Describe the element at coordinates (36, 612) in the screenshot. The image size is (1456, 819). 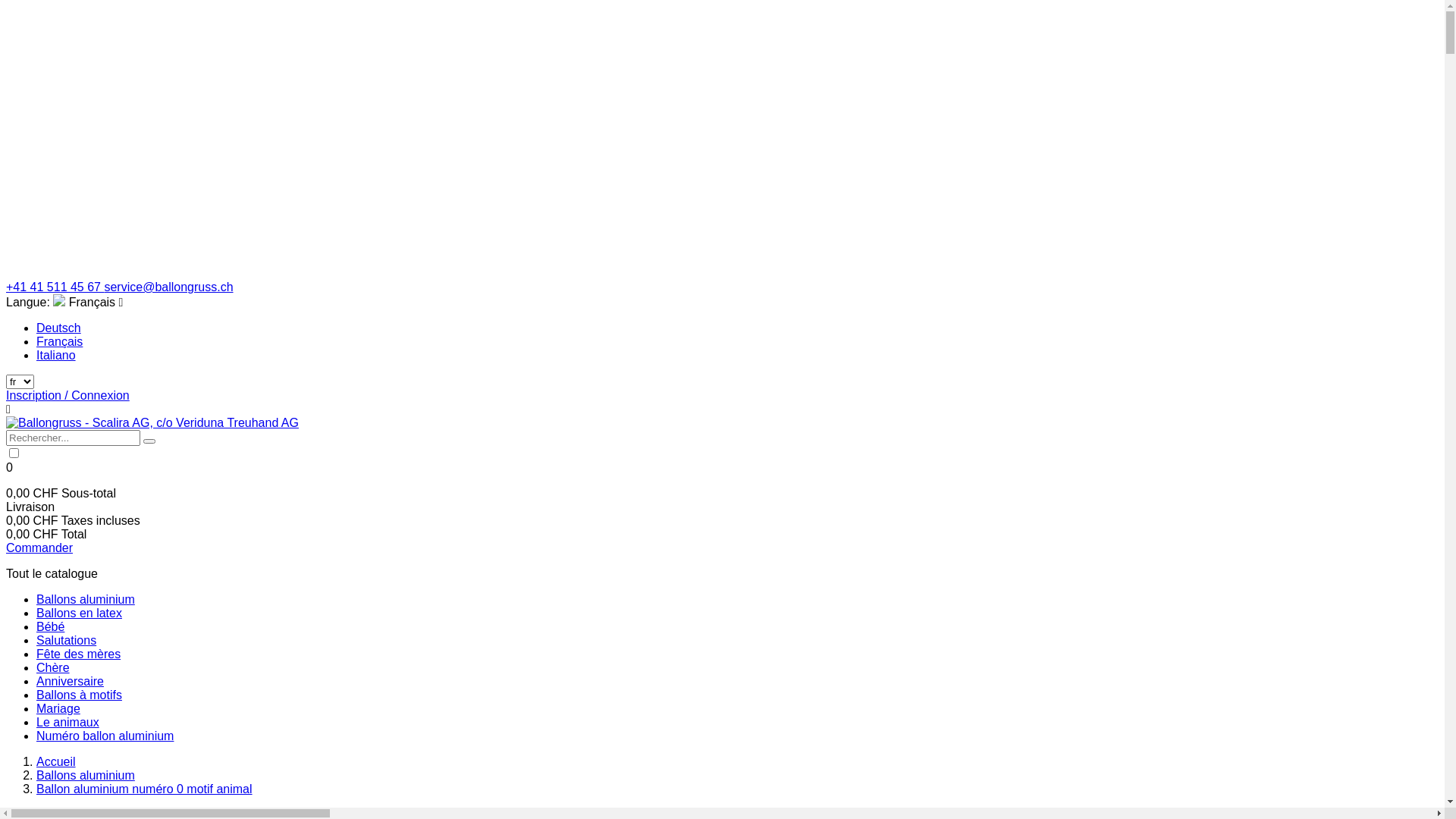
I see `'Ballons en latex'` at that location.